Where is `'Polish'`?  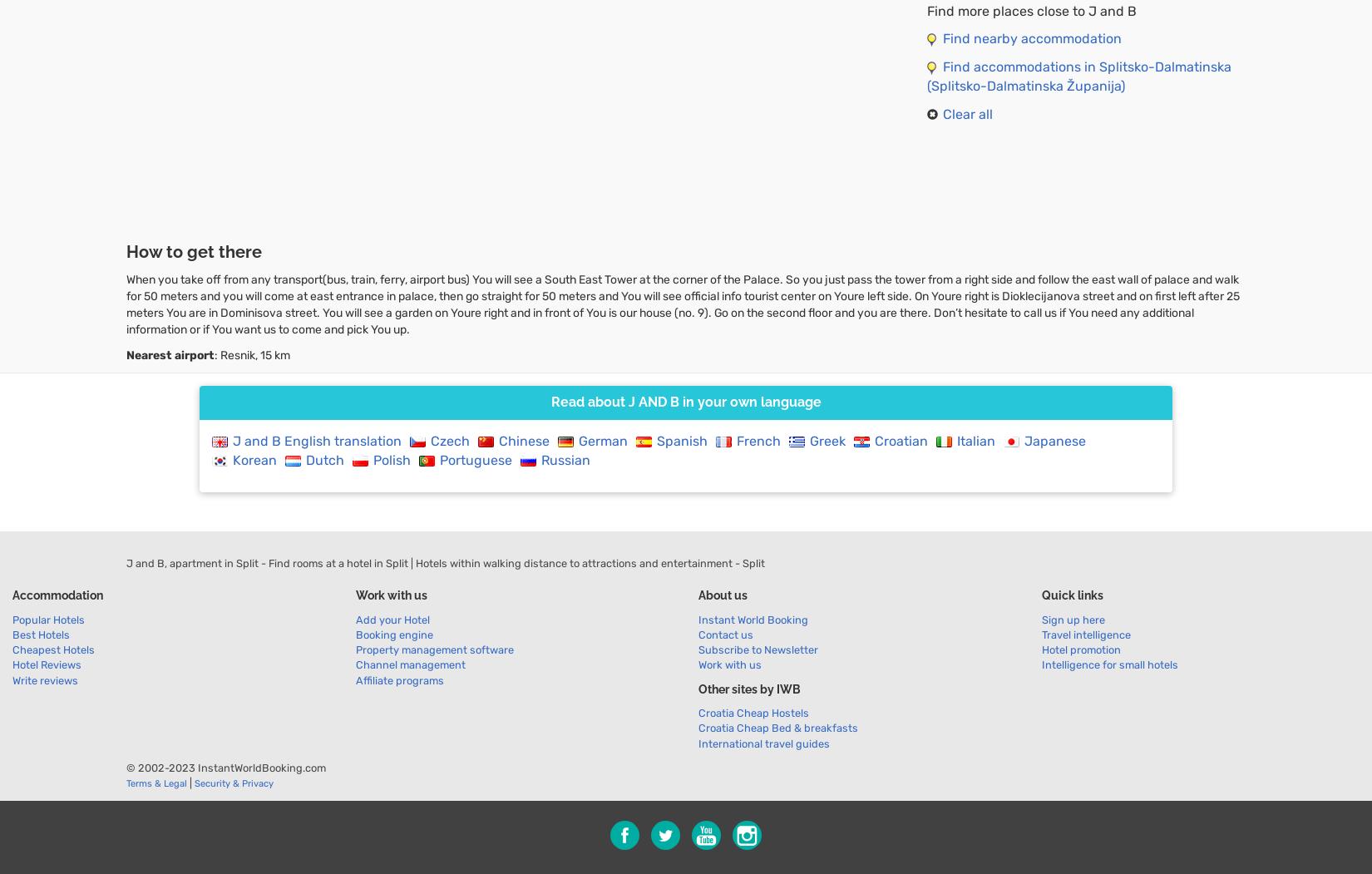 'Polish' is located at coordinates (391, 459).